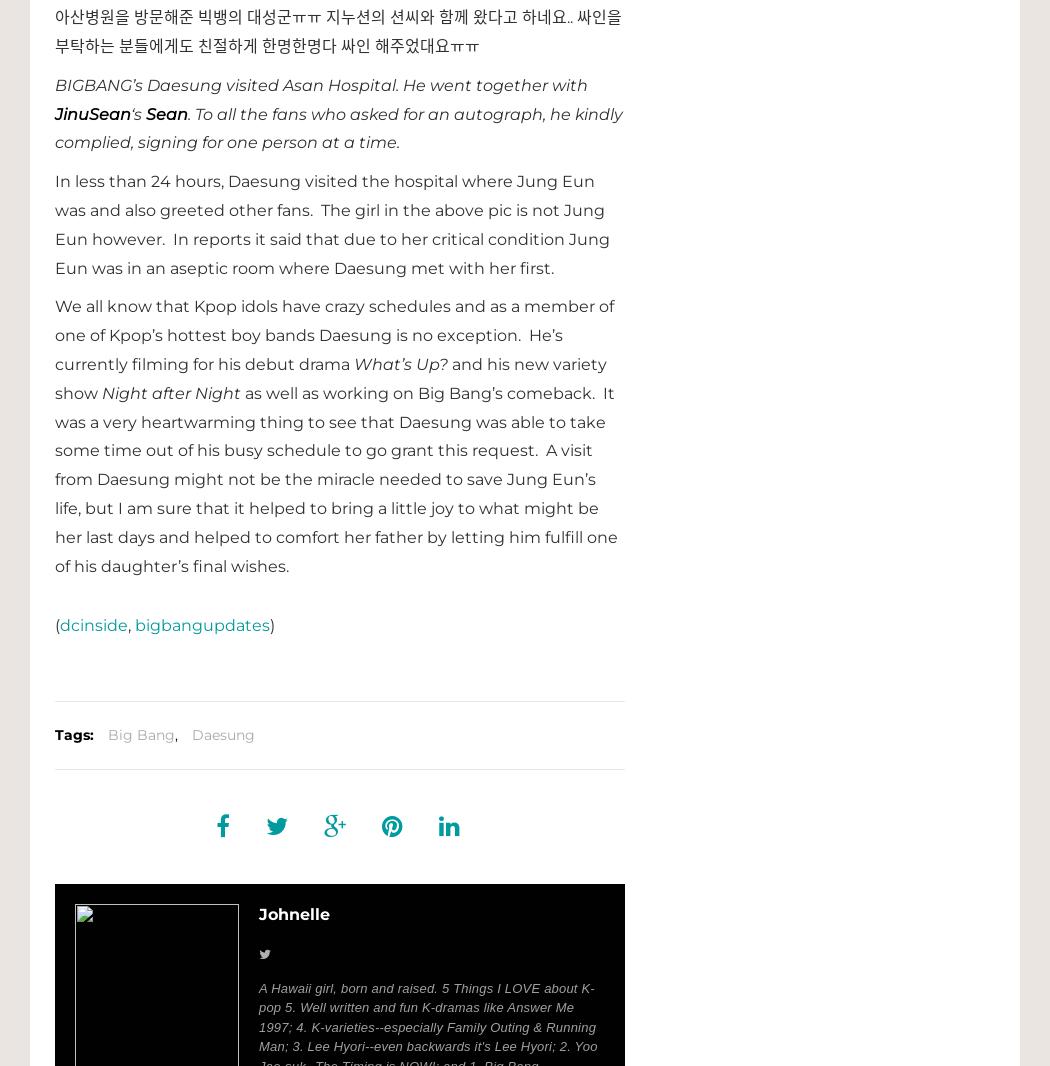  What do you see at coordinates (169, 392) in the screenshot?
I see `'Night after Night'` at bounding box center [169, 392].